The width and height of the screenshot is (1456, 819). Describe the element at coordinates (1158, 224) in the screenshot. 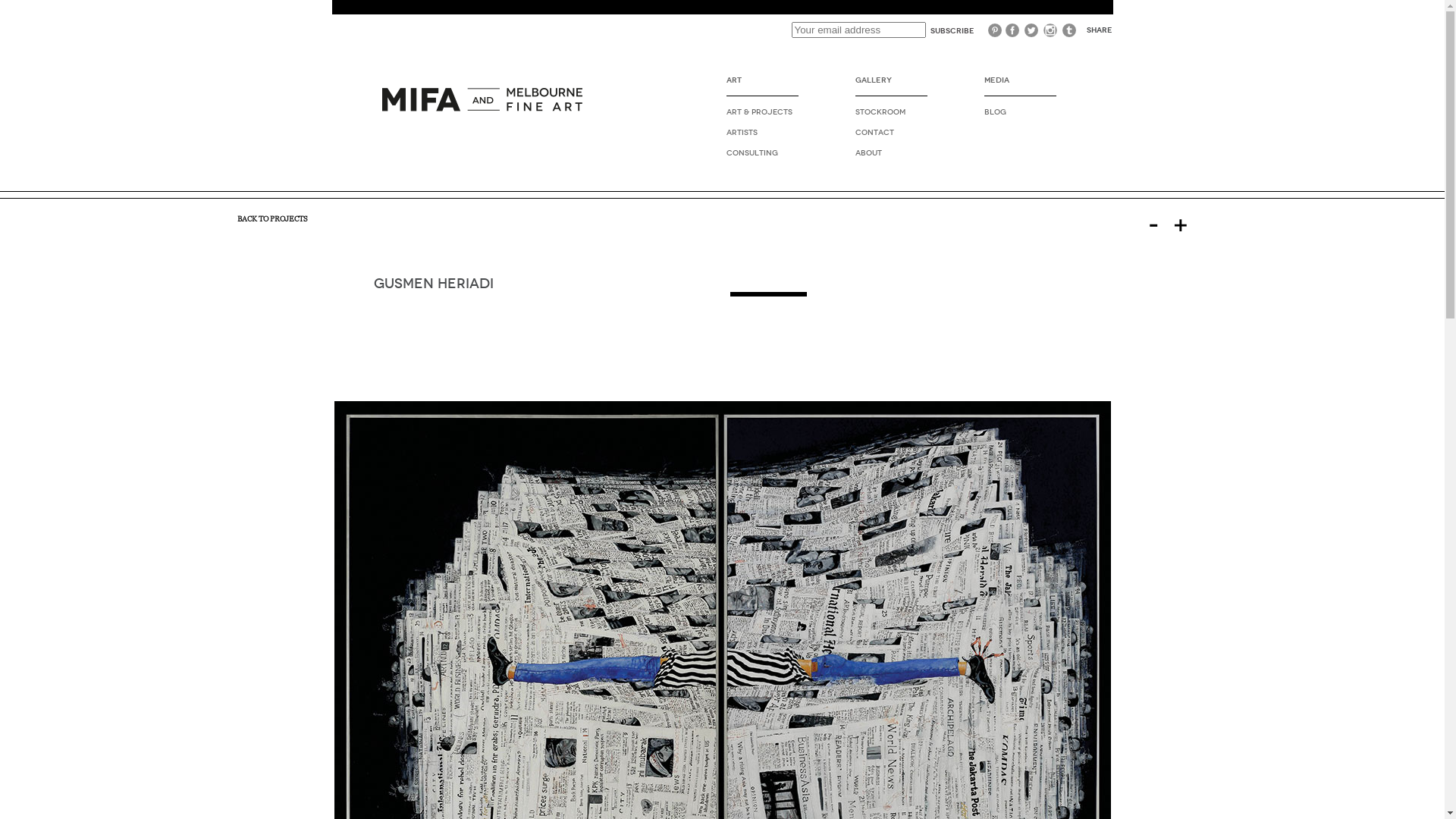

I see `'-'` at that location.